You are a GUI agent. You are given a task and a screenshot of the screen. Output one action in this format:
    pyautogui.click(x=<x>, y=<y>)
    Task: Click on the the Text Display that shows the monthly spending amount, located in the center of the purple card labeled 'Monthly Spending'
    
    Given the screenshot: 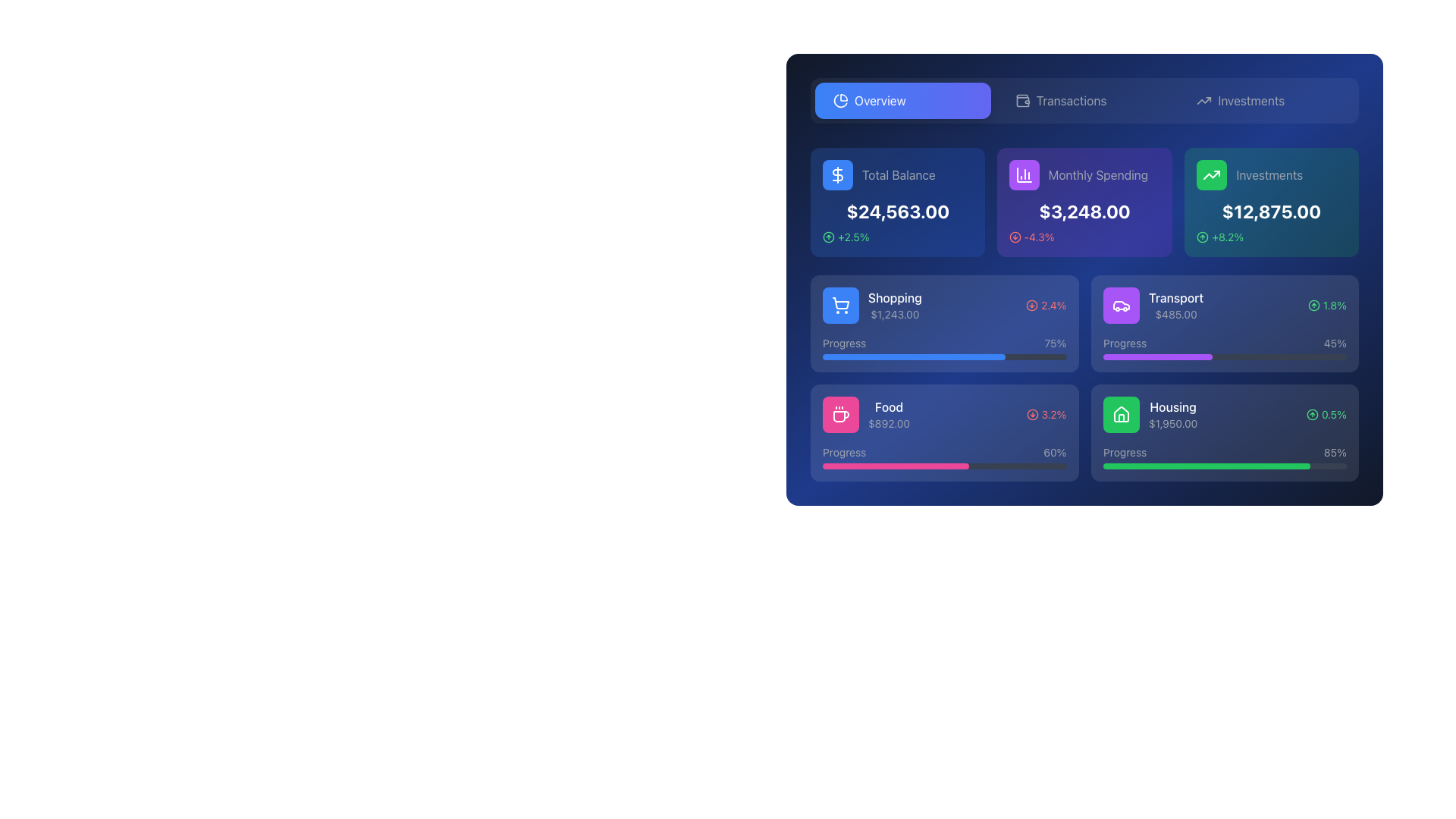 What is the action you would take?
    pyautogui.click(x=1084, y=211)
    